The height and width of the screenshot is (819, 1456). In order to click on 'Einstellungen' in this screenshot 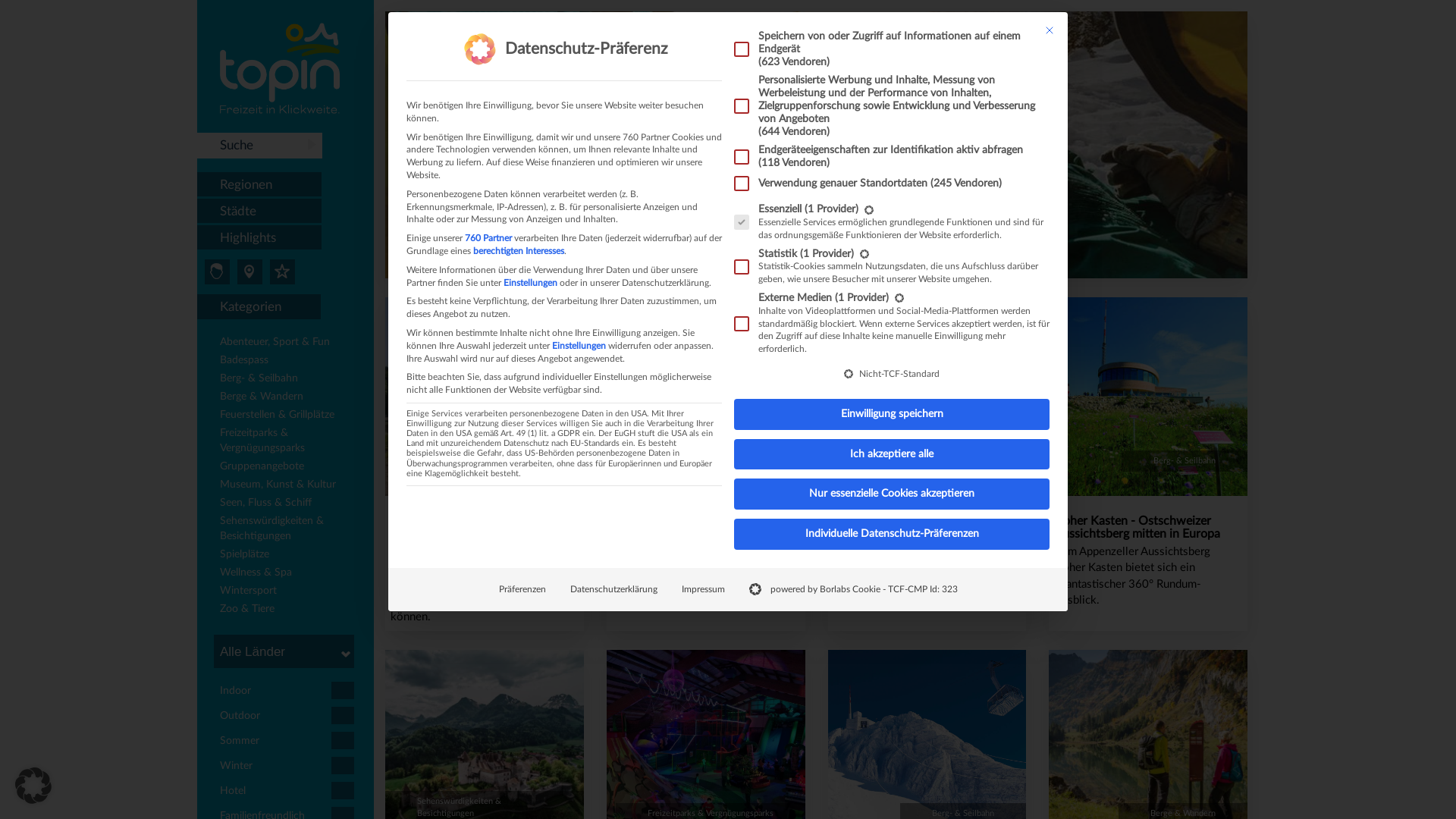, I will do `click(551, 345)`.